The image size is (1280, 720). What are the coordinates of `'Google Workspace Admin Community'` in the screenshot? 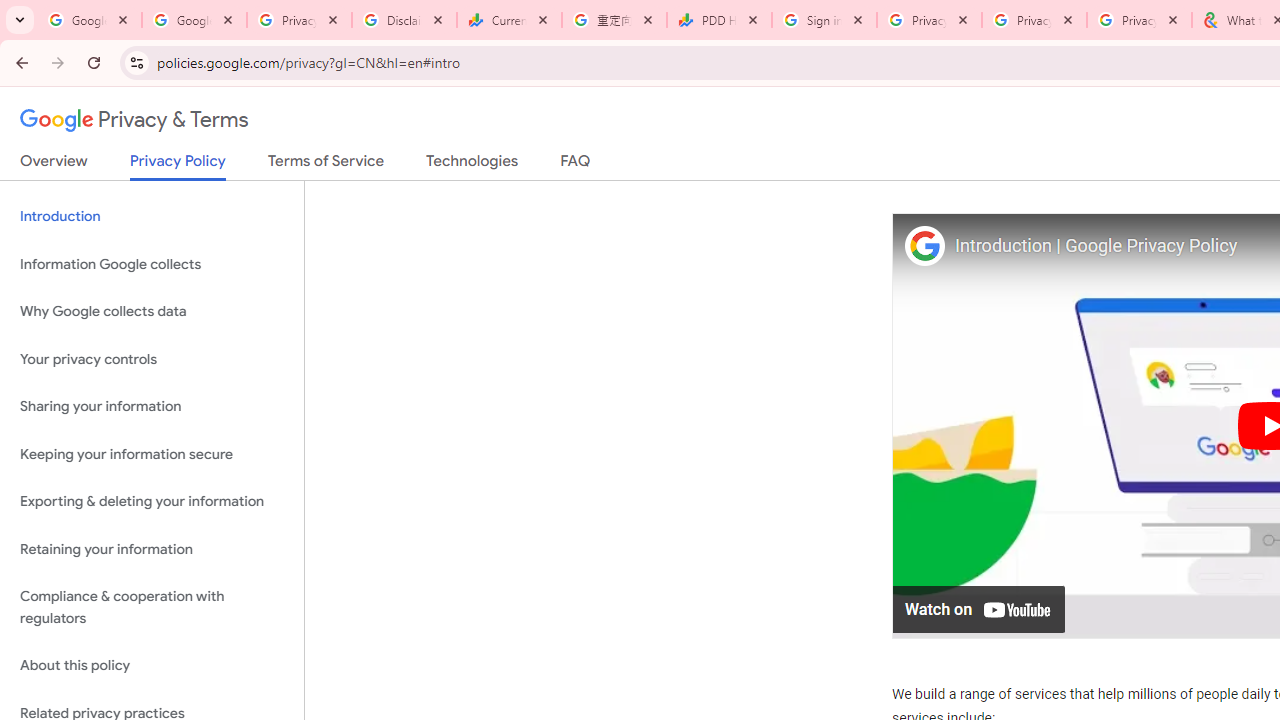 It's located at (88, 20).